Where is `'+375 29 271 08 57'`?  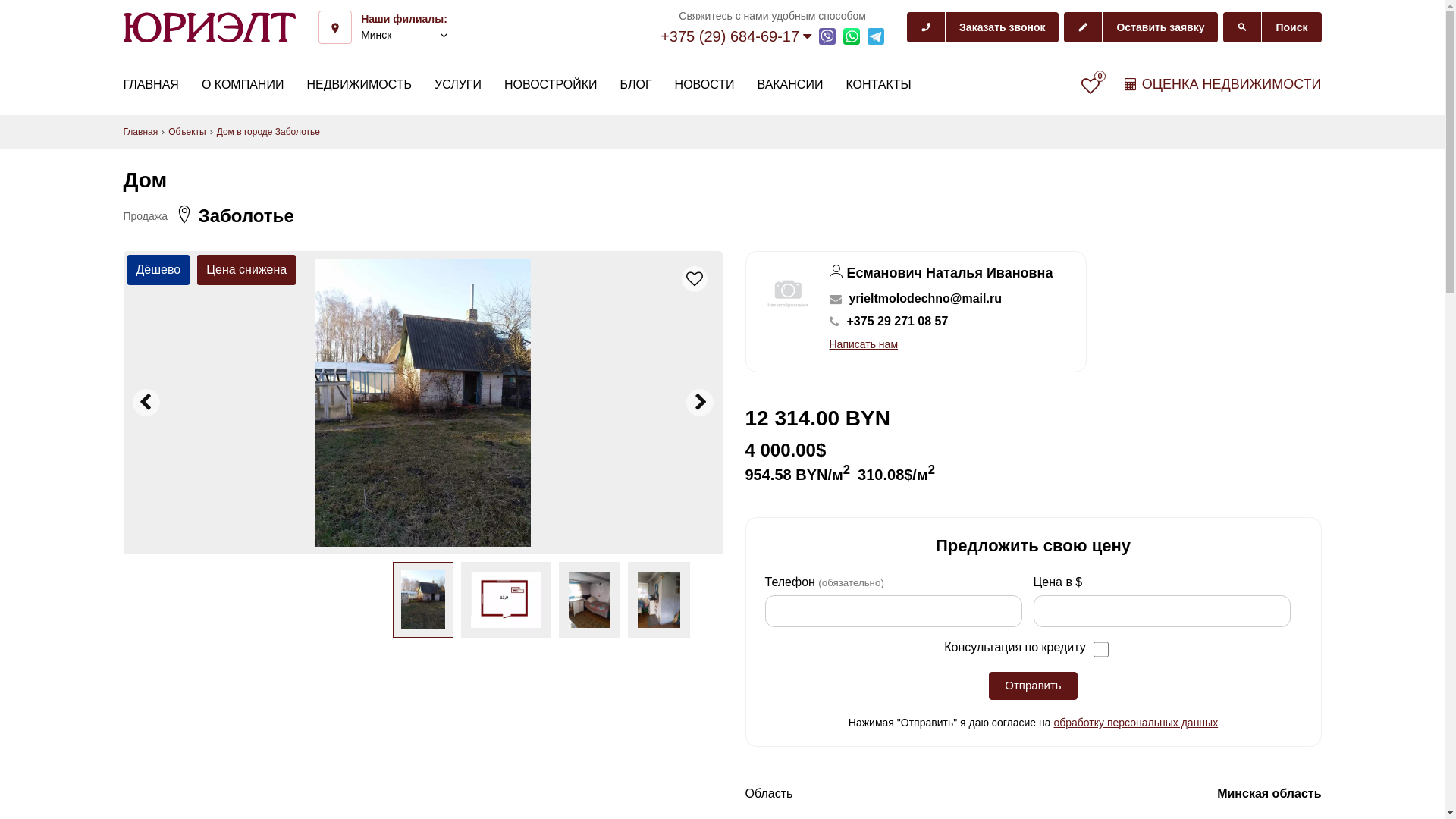 '+375 29 271 08 57' is located at coordinates (896, 321).